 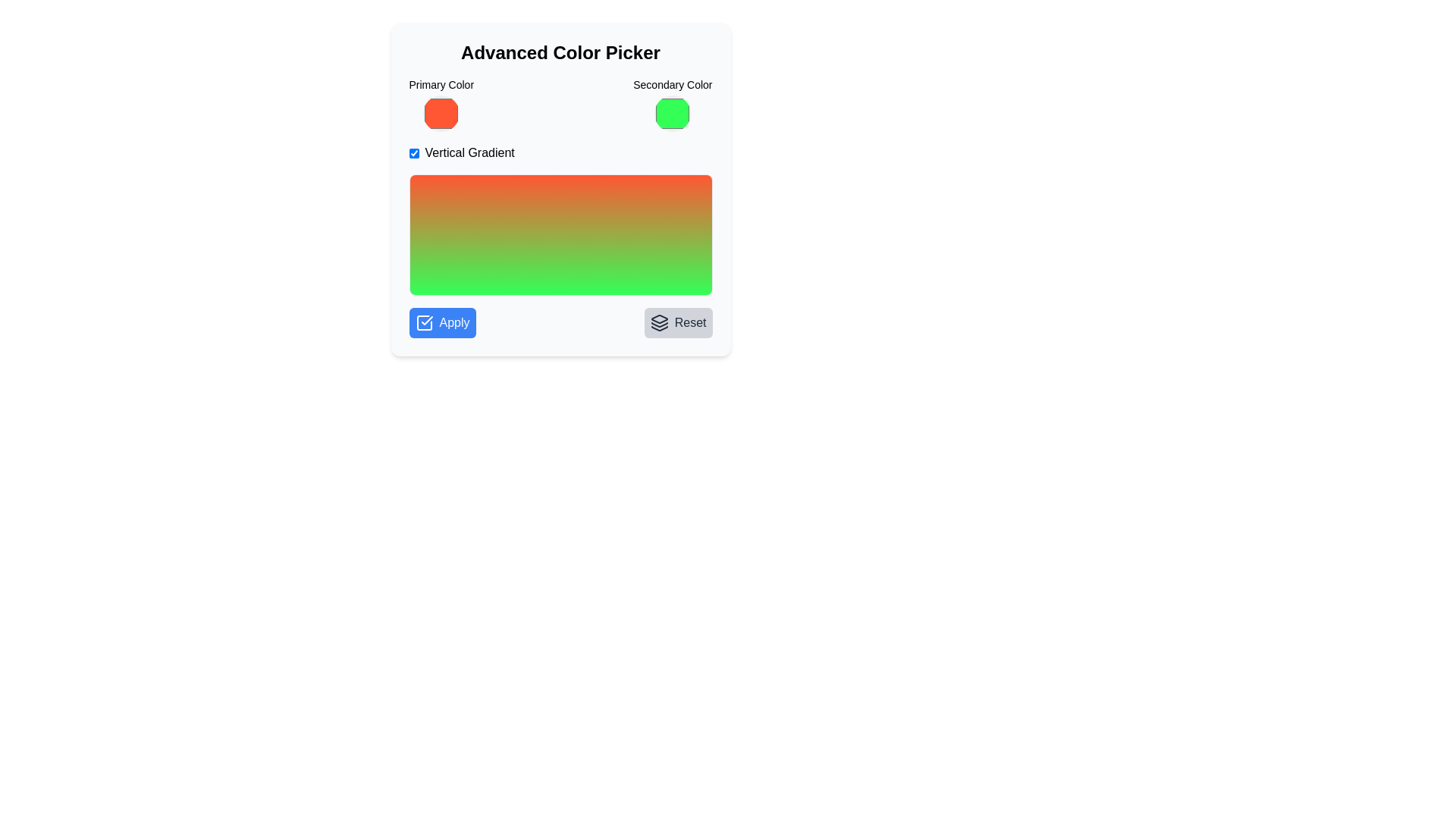 I want to click on text content of the 'Reset' label, which is a small, centered text in dark gray within a light gray button located at the bottom right corner of the interface, so click(x=689, y=322).